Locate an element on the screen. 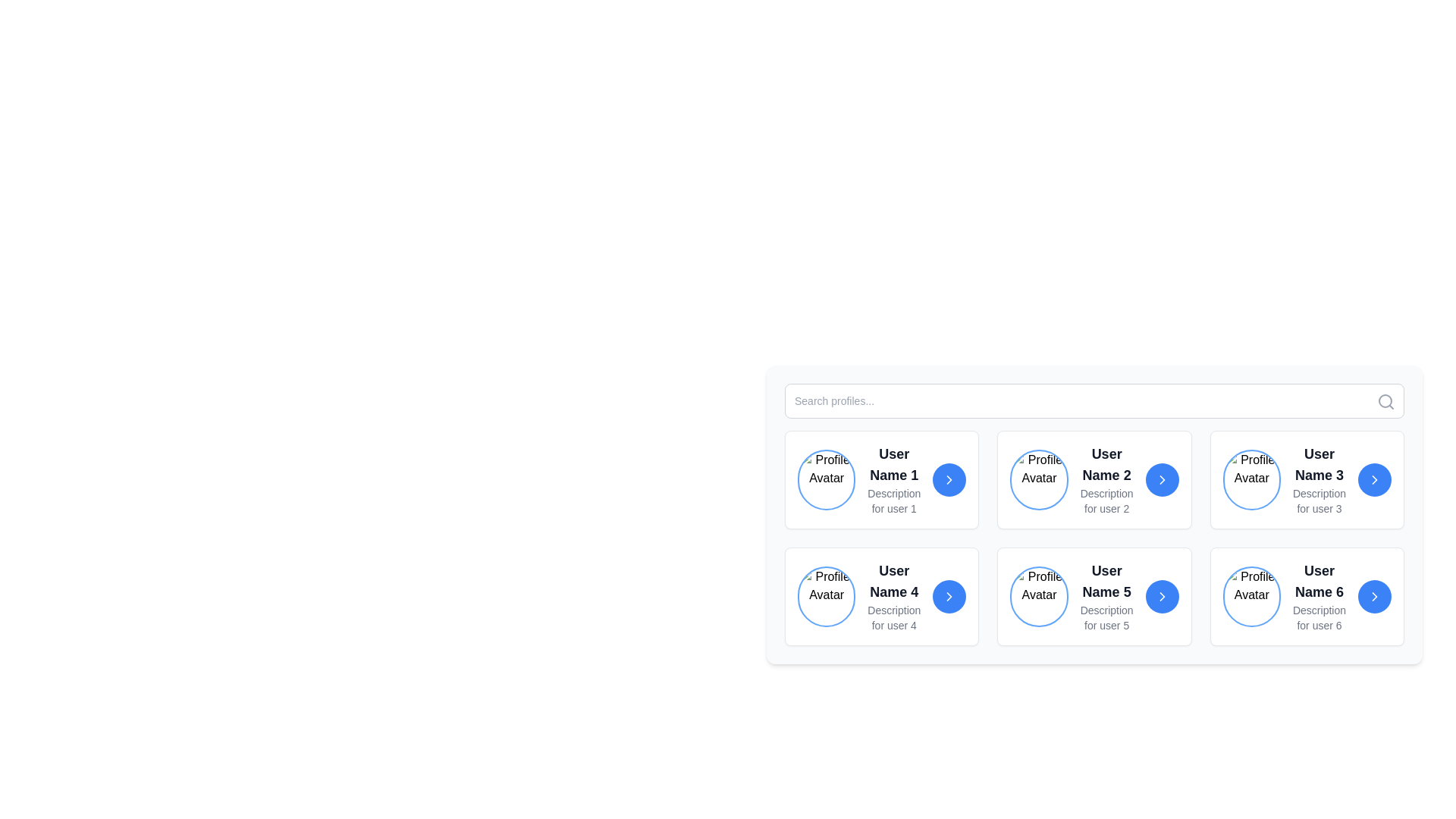 This screenshot has height=819, width=1456. the search icon located at the top-right corner of the adjacent search input field, which serves to indicate and trigger the search functionality is located at coordinates (1386, 400).